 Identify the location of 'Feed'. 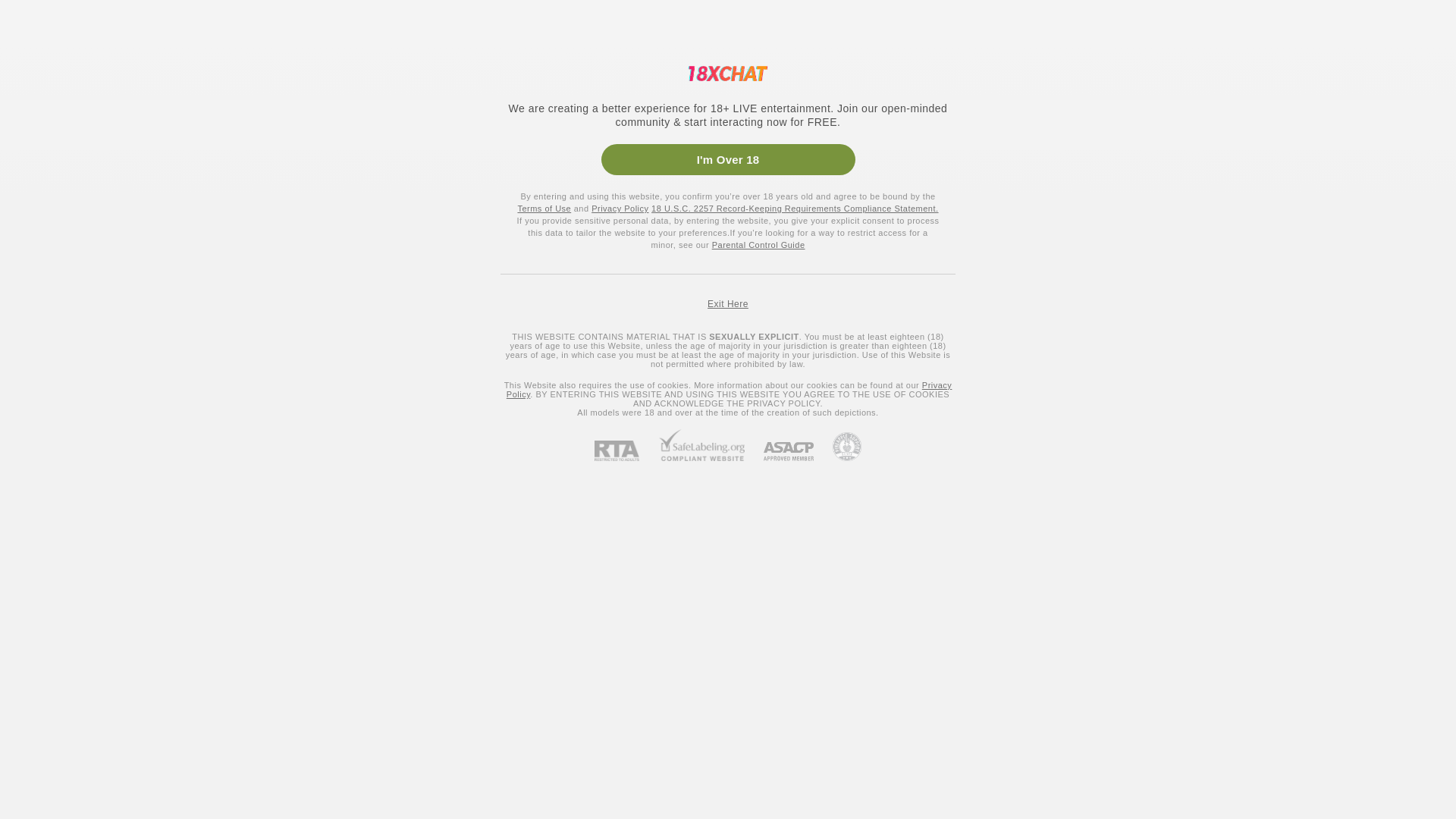
(79, 122).